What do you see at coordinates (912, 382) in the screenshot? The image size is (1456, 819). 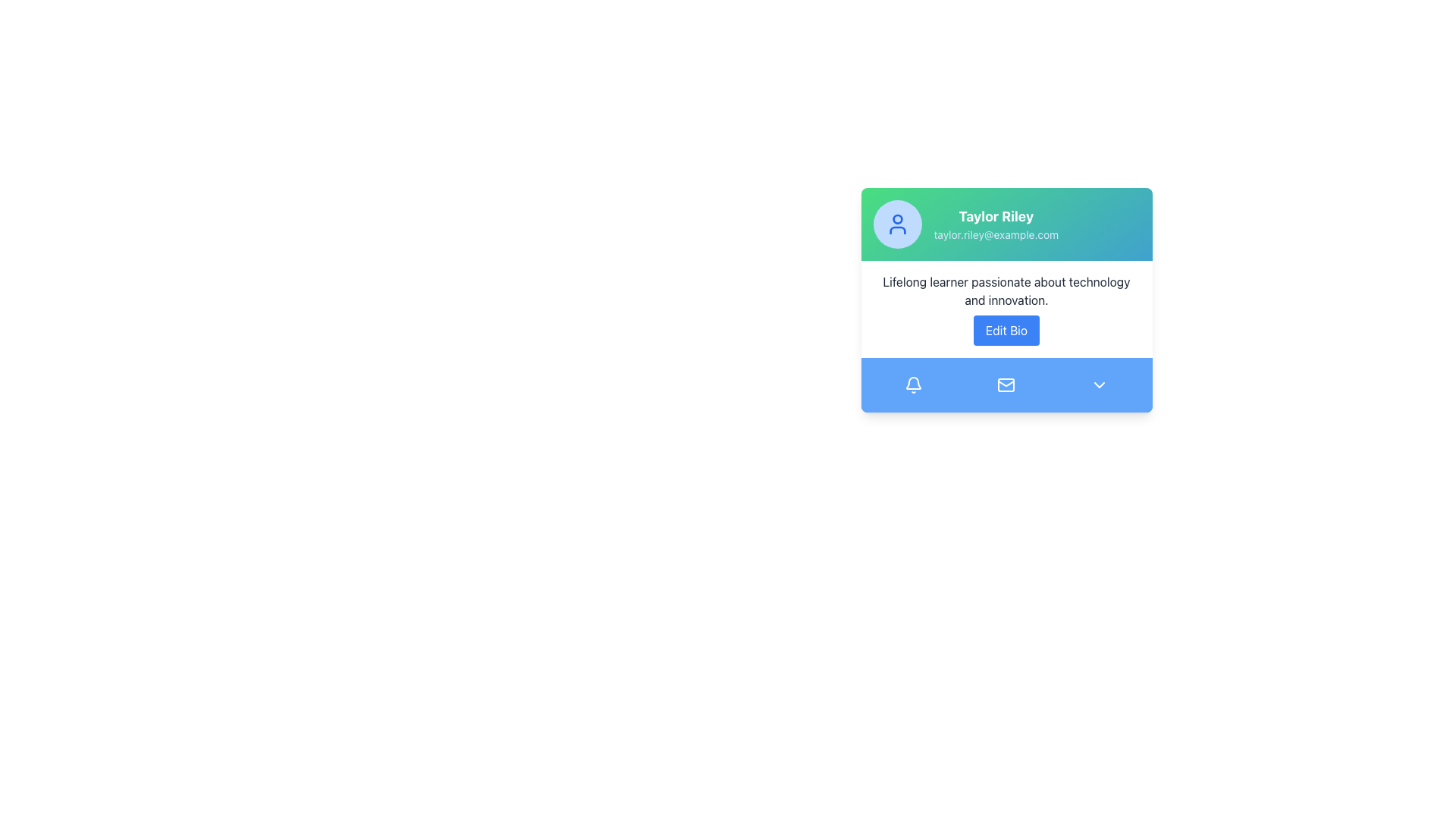 I see `the notifications icon located at the bottom-left corner of the card interface` at bounding box center [912, 382].